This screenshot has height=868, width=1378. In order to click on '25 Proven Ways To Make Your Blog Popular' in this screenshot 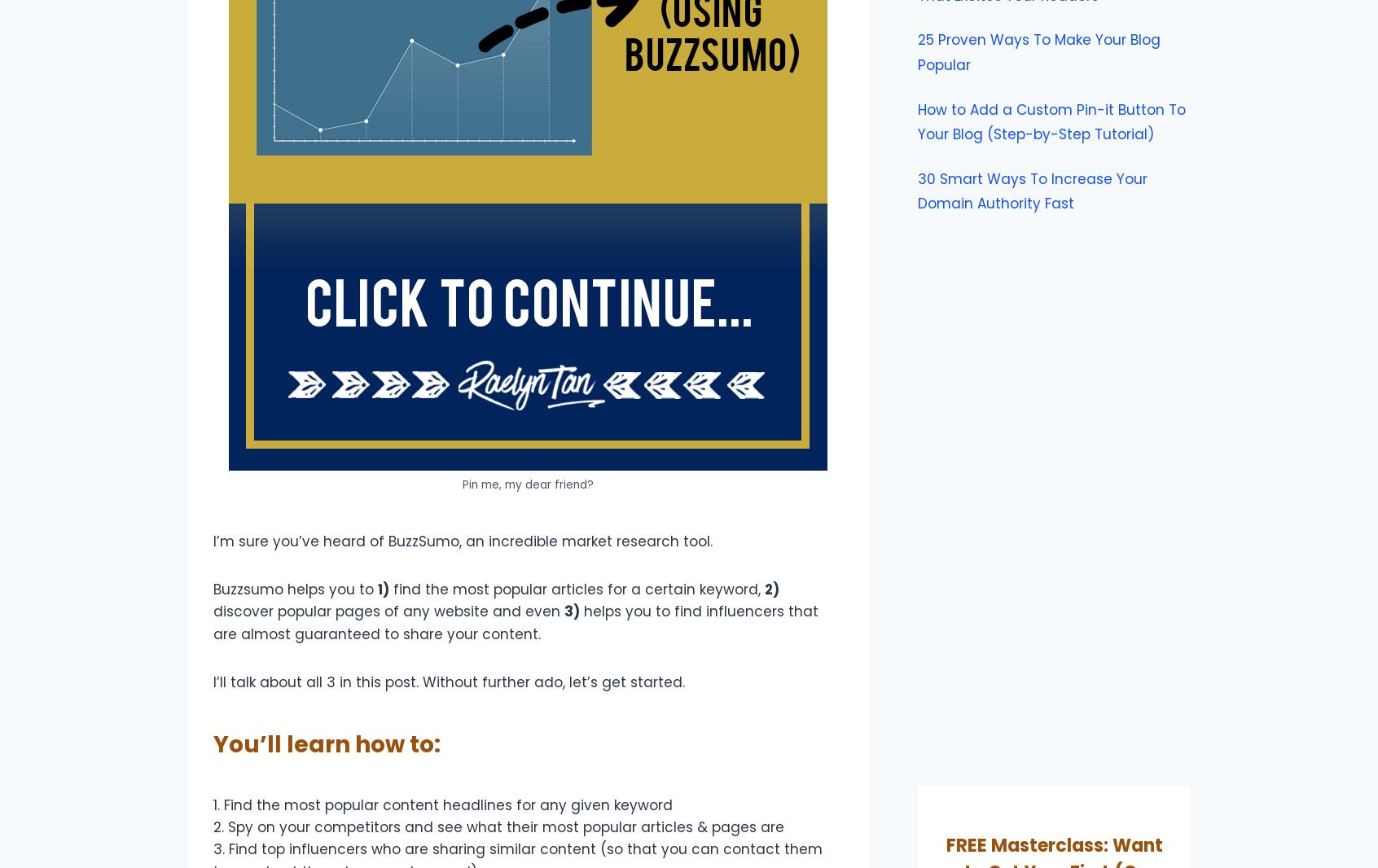, I will do `click(918, 51)`.